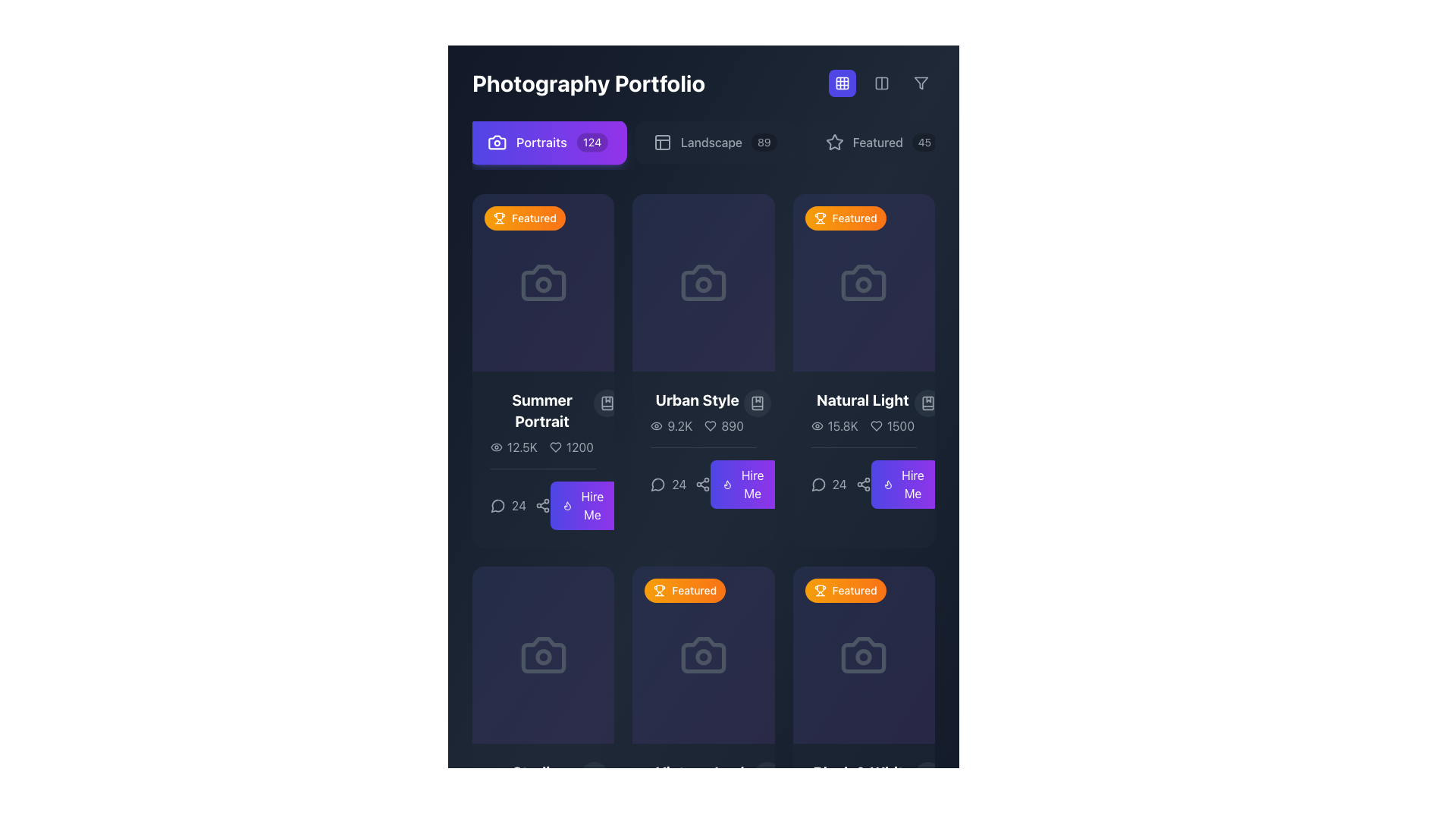 The image size is (1456, 819). What do you see at coordinates (543, 423) in the screenshot?
I see `the text block that serves as a title and description for the first photography item in the portfolio grid` at bounding box center [543, 423].